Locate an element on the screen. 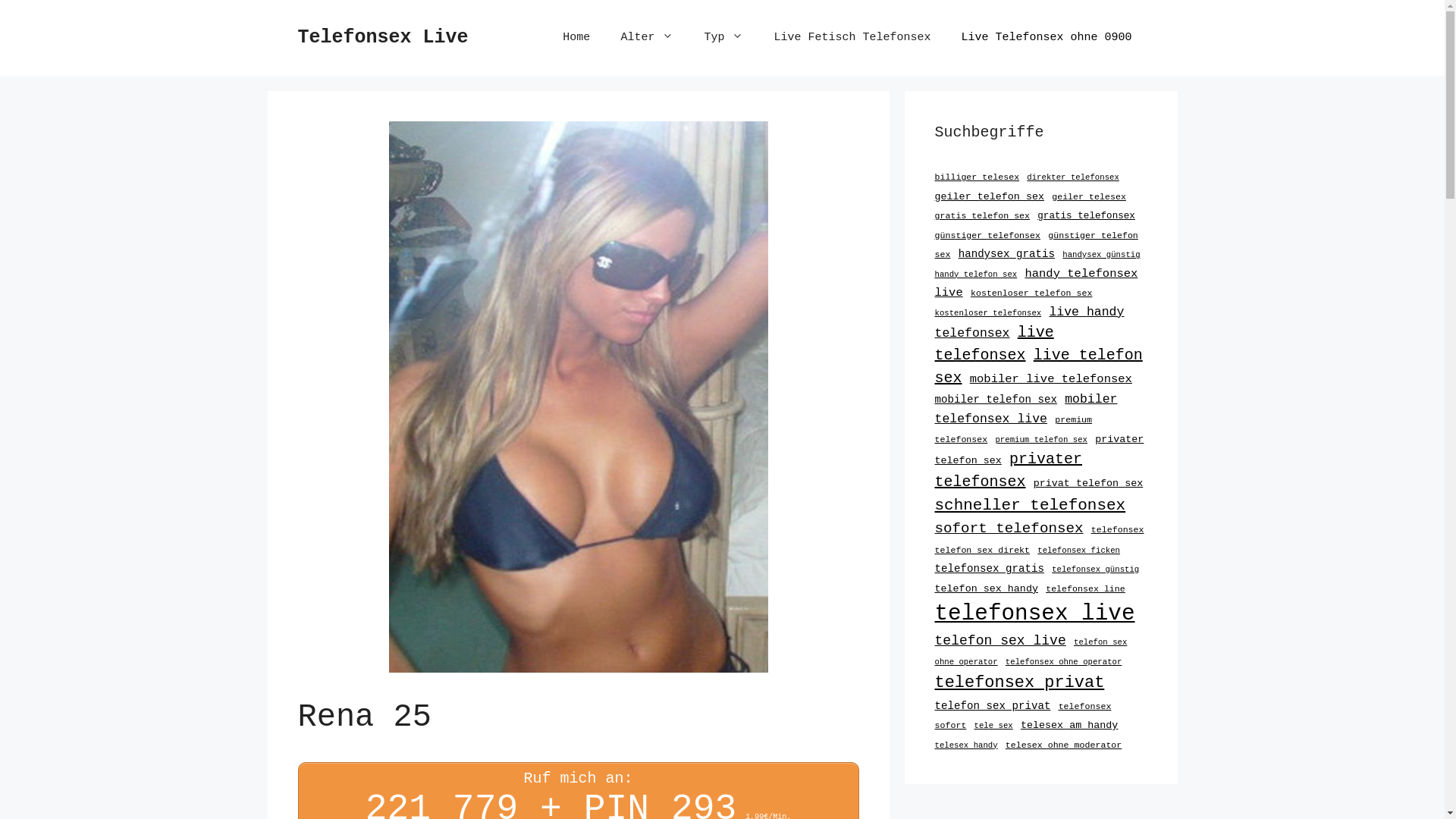  'Alter' is located at coordinates (647, 37).